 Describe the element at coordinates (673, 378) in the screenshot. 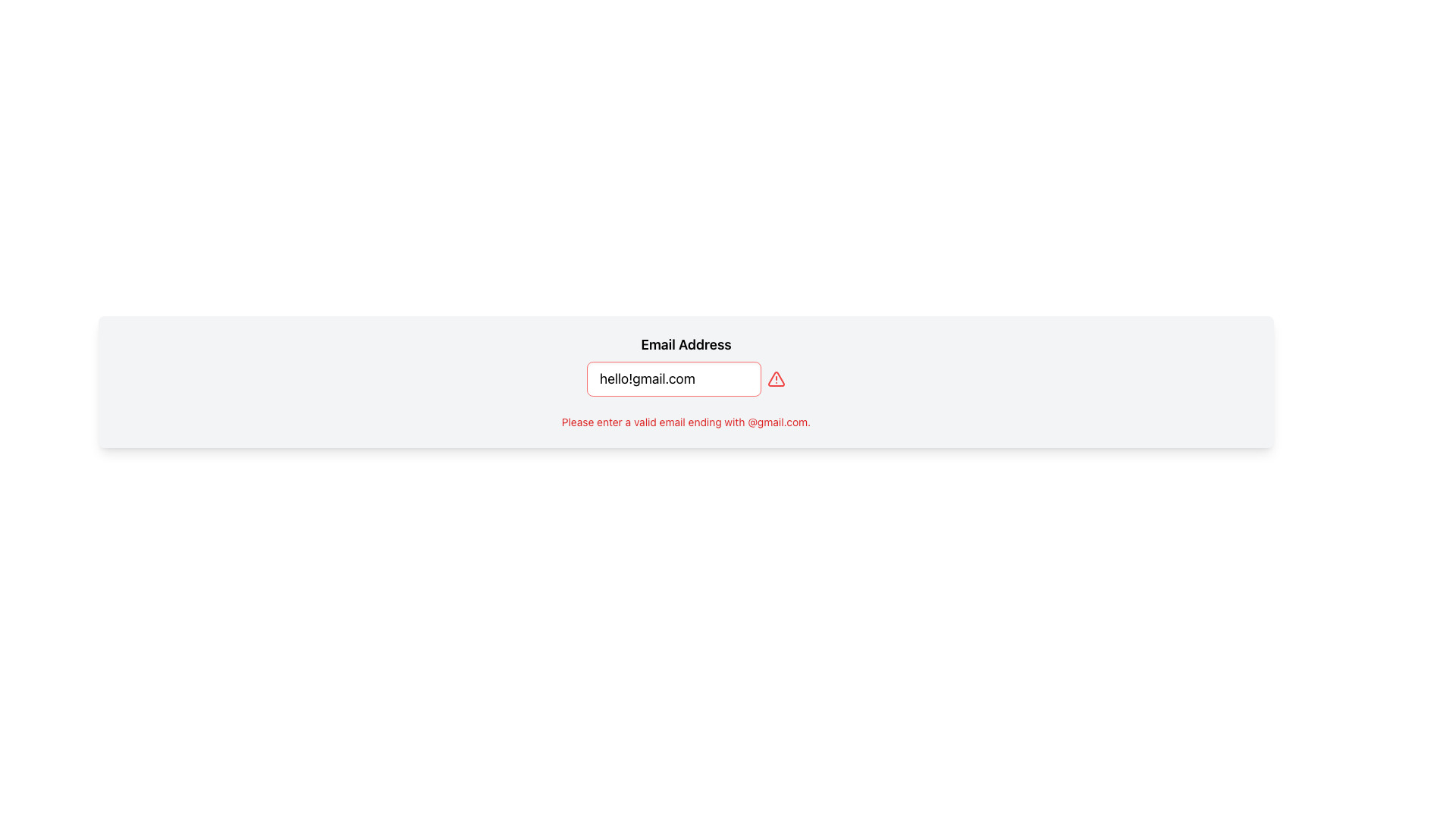

I see `the text input field with a red border indicating an error, which contains the placeholder text 'hello!gmail.com', to focus on it` at that location.